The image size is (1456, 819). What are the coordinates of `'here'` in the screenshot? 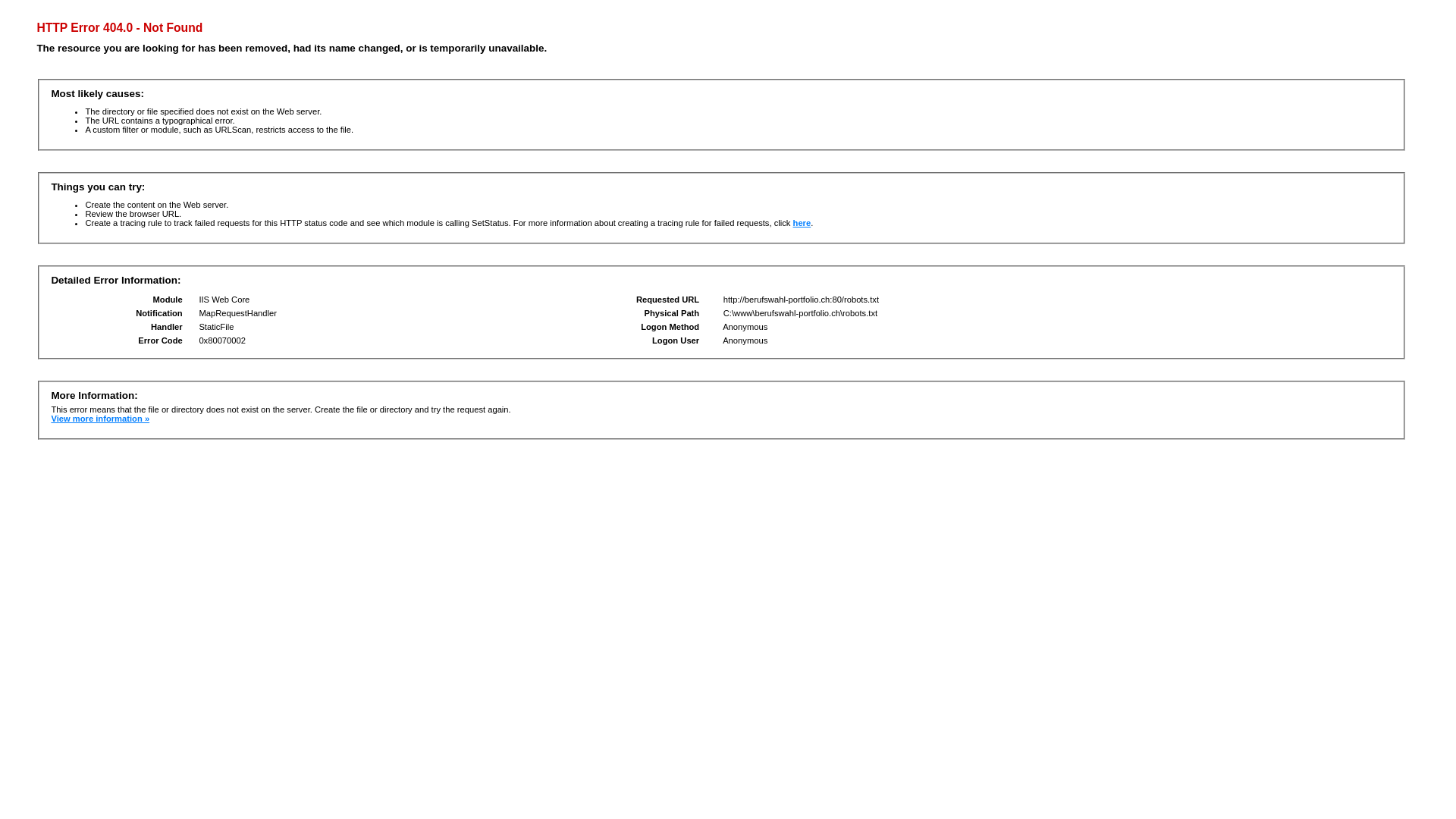 It's located at (801, 222).